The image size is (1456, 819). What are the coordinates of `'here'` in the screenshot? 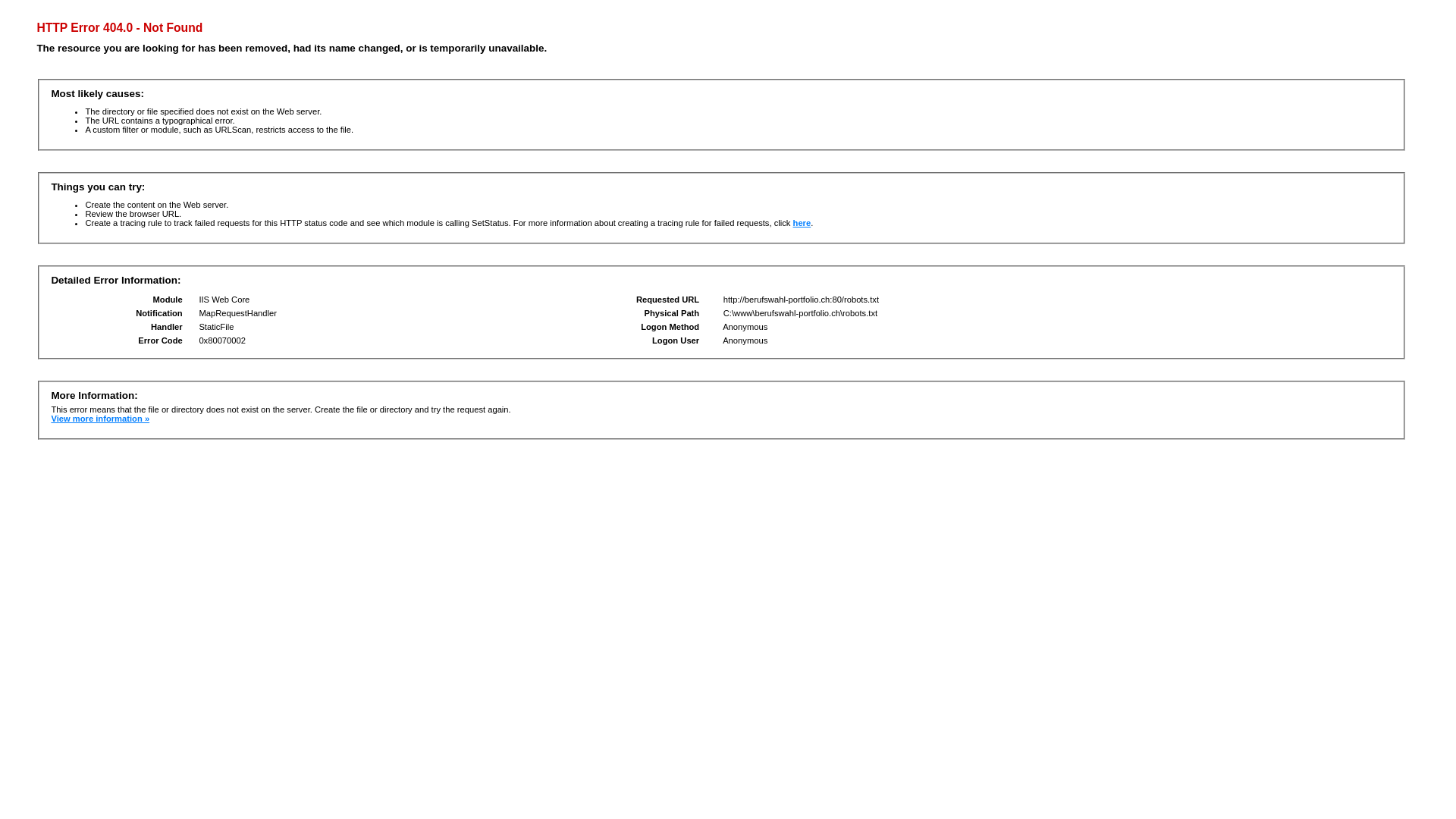 It's located at (801, 222).